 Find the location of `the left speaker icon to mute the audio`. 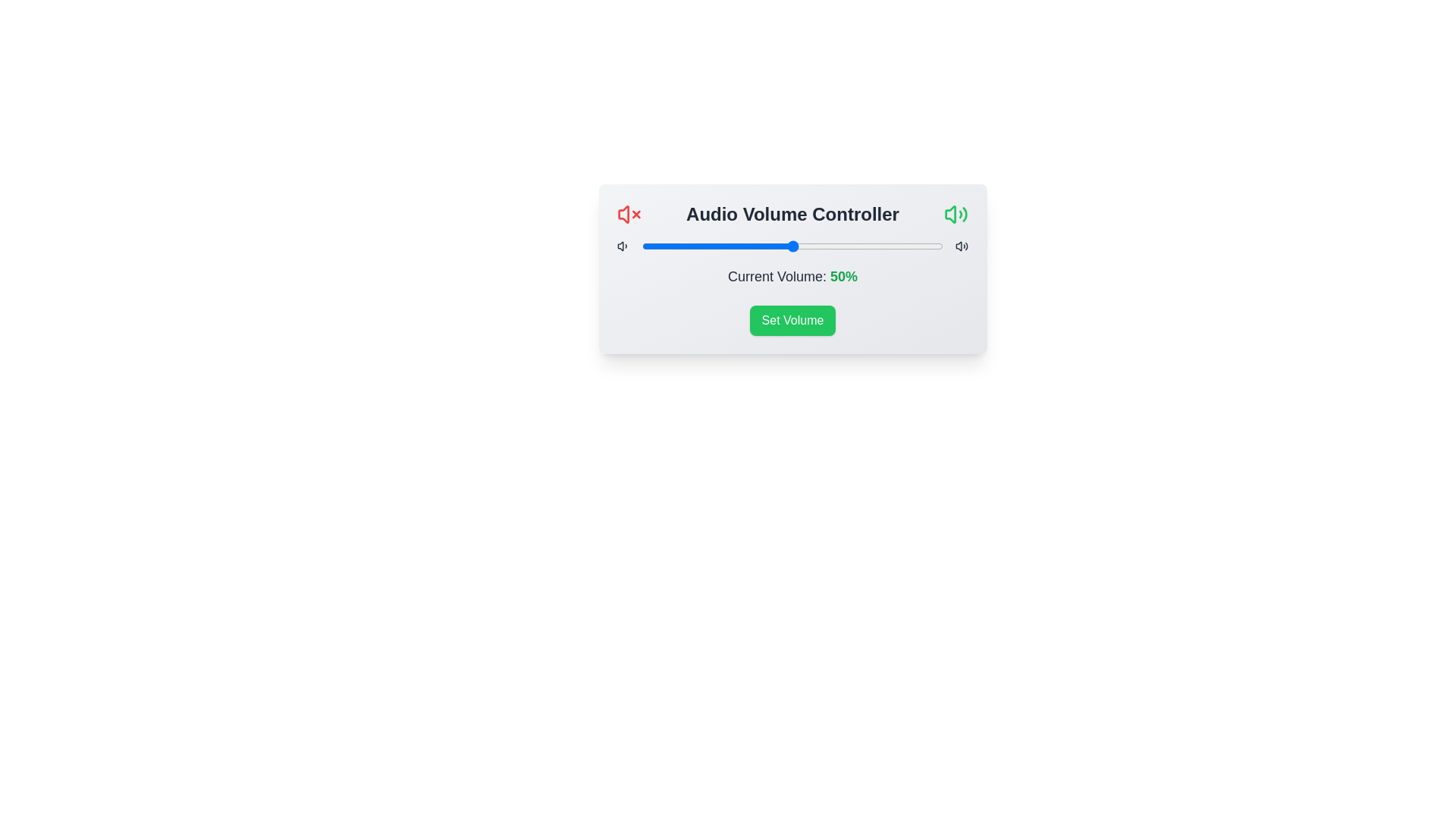

the left speaker icon to mute the audio is located at coordinates (629, 214).